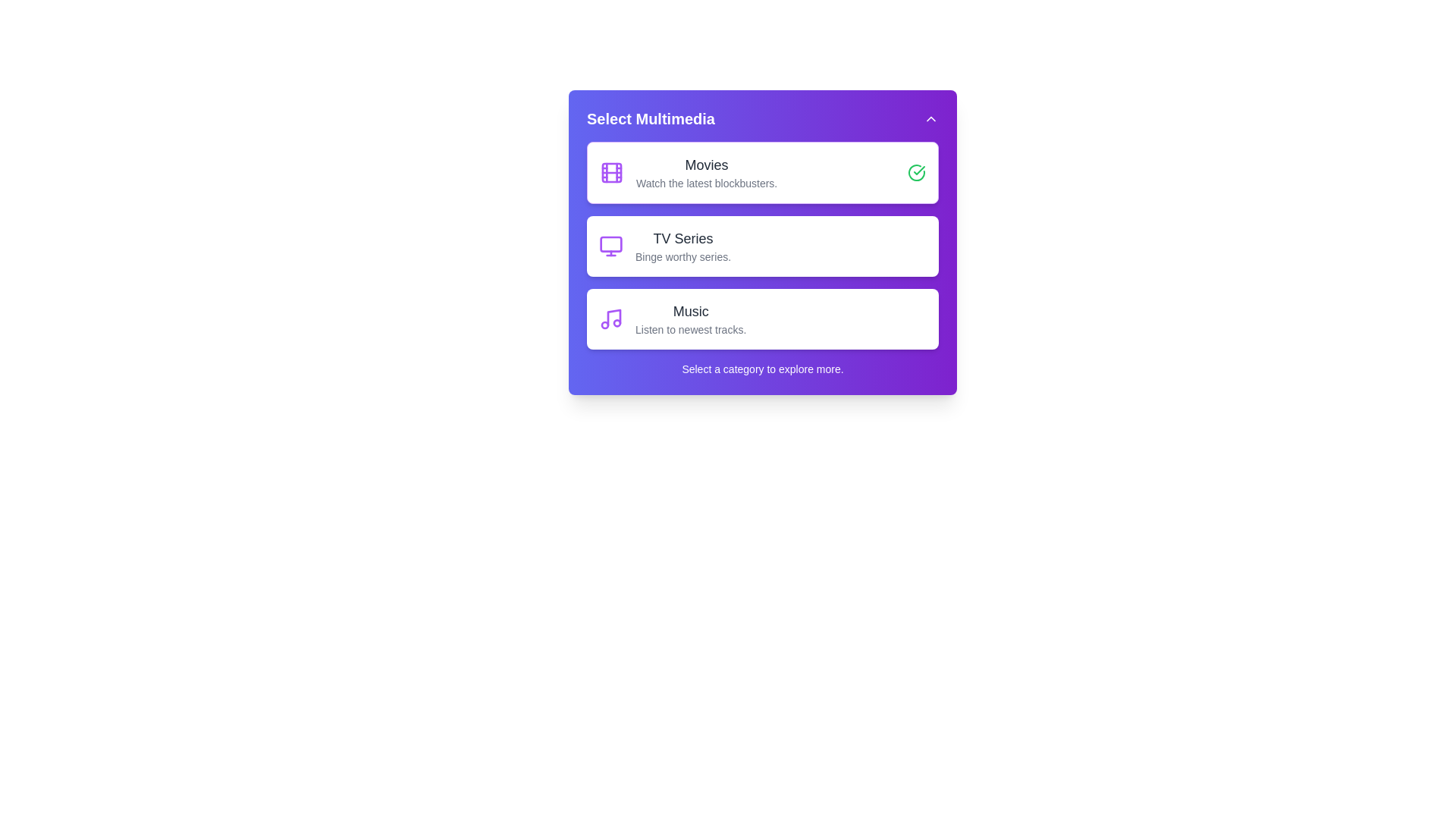  What do you see at coordinates (930, 118) in the screenshot?
I see `the arrow button to toggle the dropdown menu visibility` at bounding box center [930, 118].